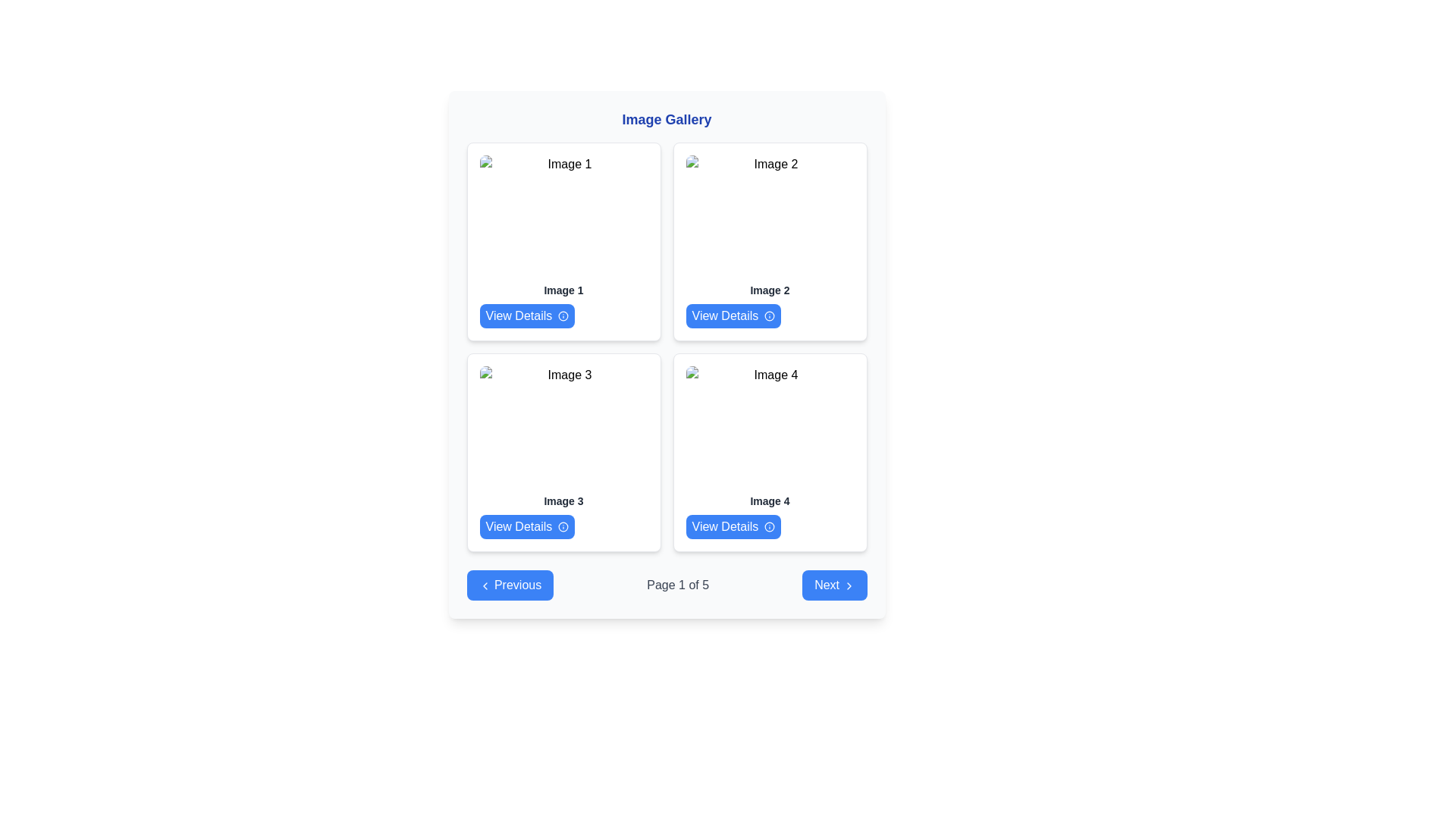 The width and height of the screenshot is (1456, 819). Describe the element at coordinates (770, 500) in the screenshot. I see `the static text label displaying 'Image 4' located in the bottom-right corner of the fourth card, above the 'View Details' button` at that location.